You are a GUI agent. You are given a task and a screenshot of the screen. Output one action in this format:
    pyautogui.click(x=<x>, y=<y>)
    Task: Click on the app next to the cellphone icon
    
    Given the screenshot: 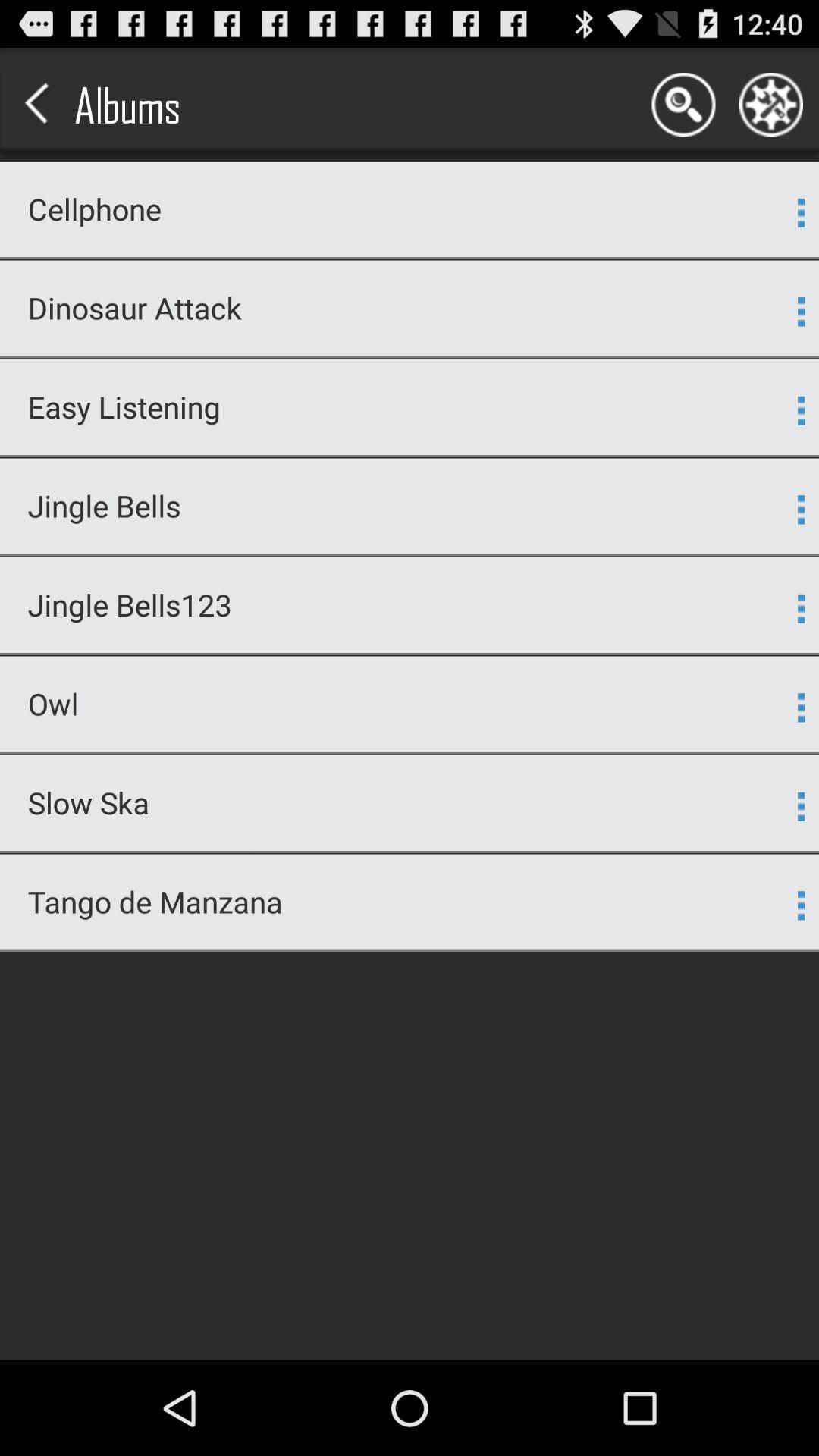 What is the action you would take?
    pyautogui.click(x=800, y=212)
    